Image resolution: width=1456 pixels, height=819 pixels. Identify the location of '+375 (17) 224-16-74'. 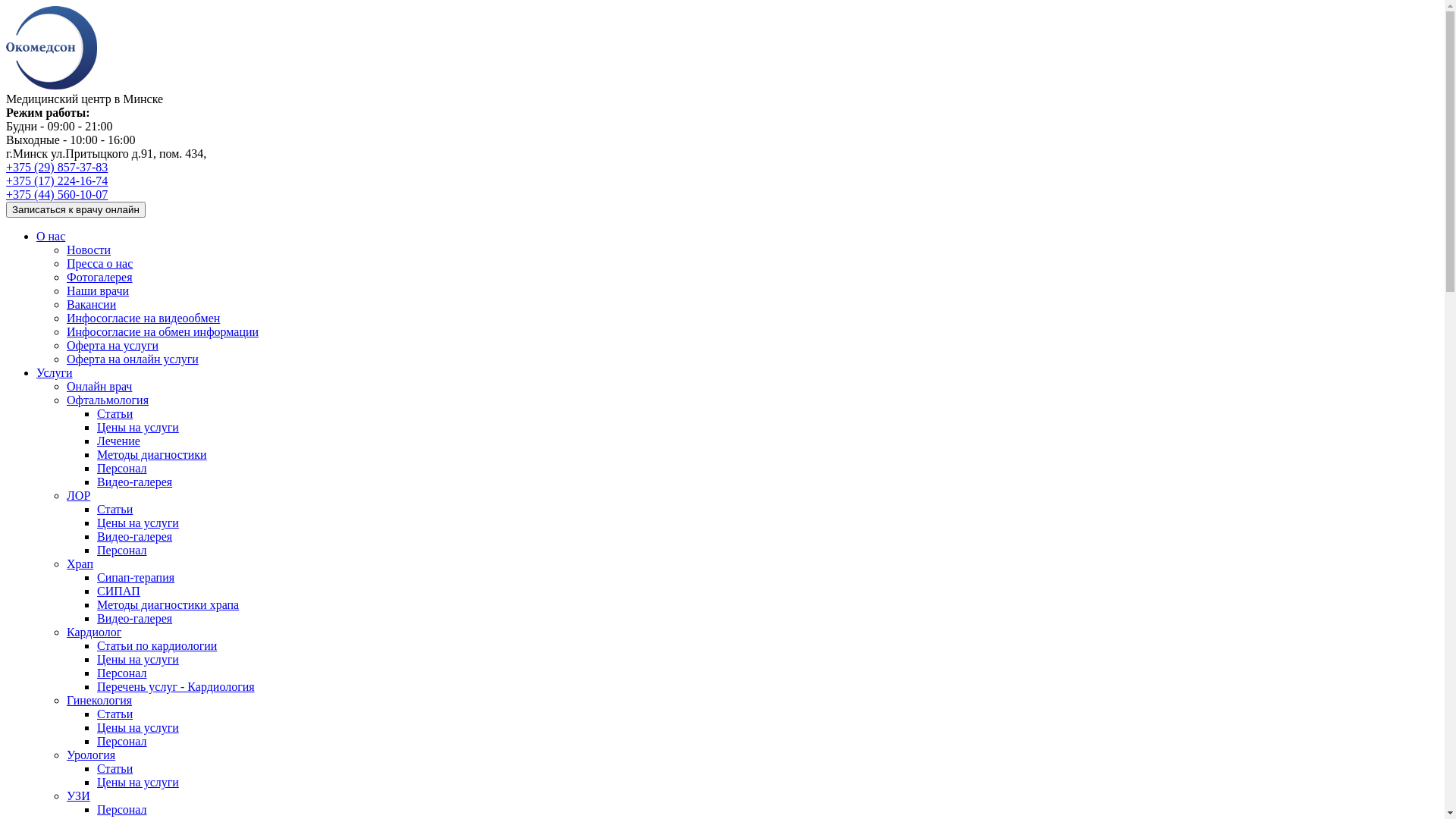
(6, 180).